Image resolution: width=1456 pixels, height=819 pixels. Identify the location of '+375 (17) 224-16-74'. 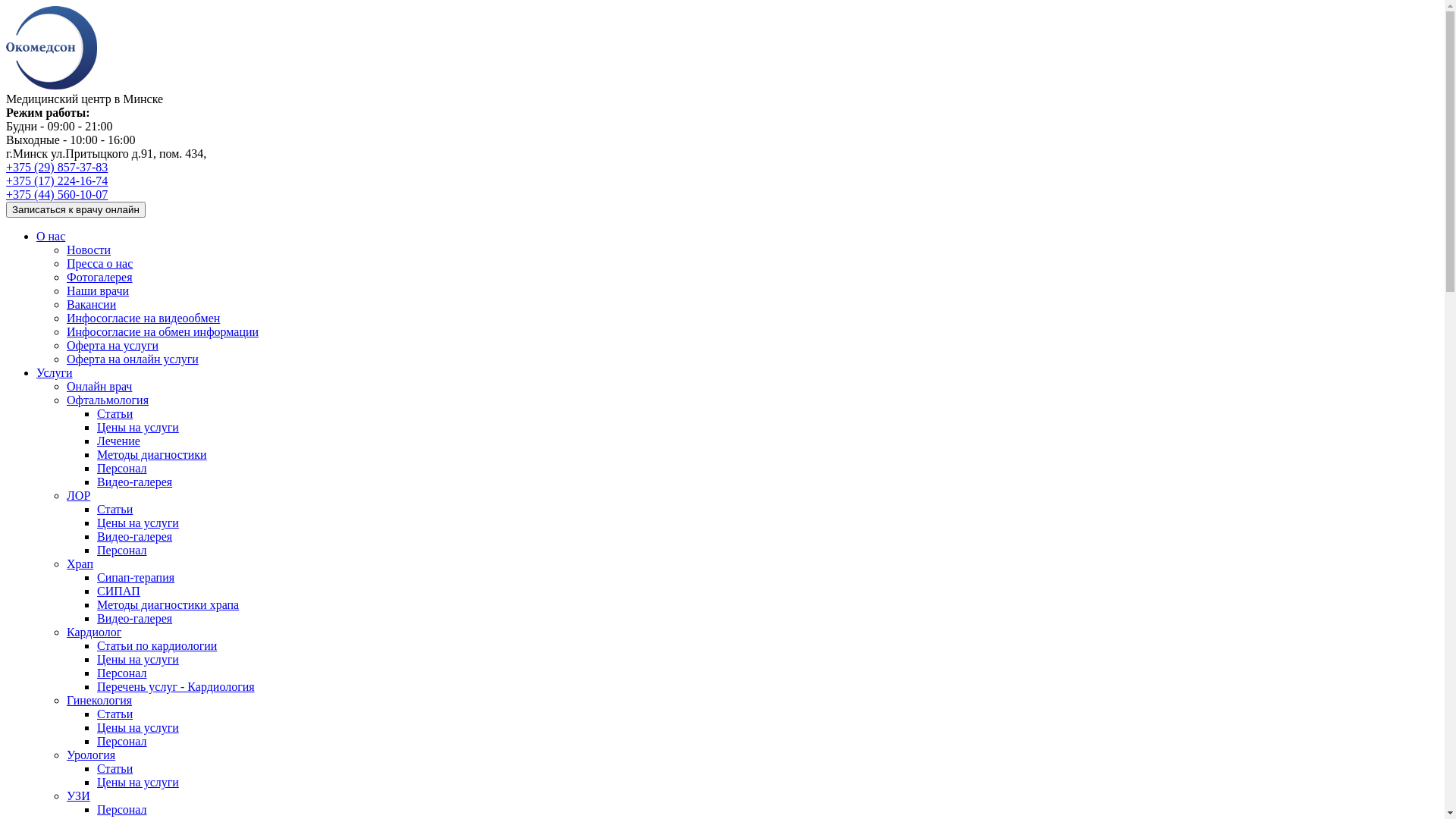
(6, 180).